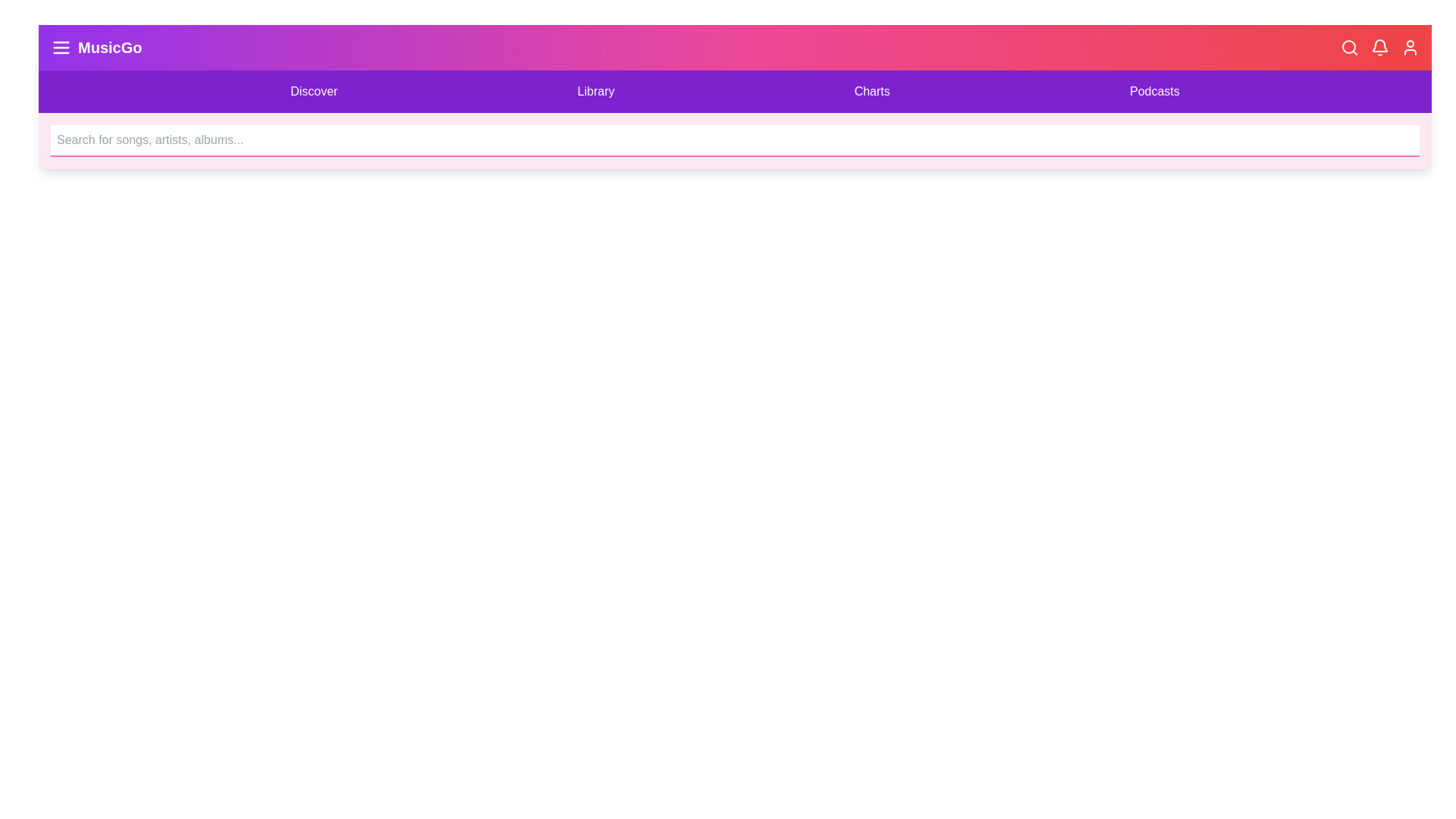  Describe the element at coordinates (595, 91) in the screenshot. I see `the 'Library' menu item to navigate to the Library section` at that location.